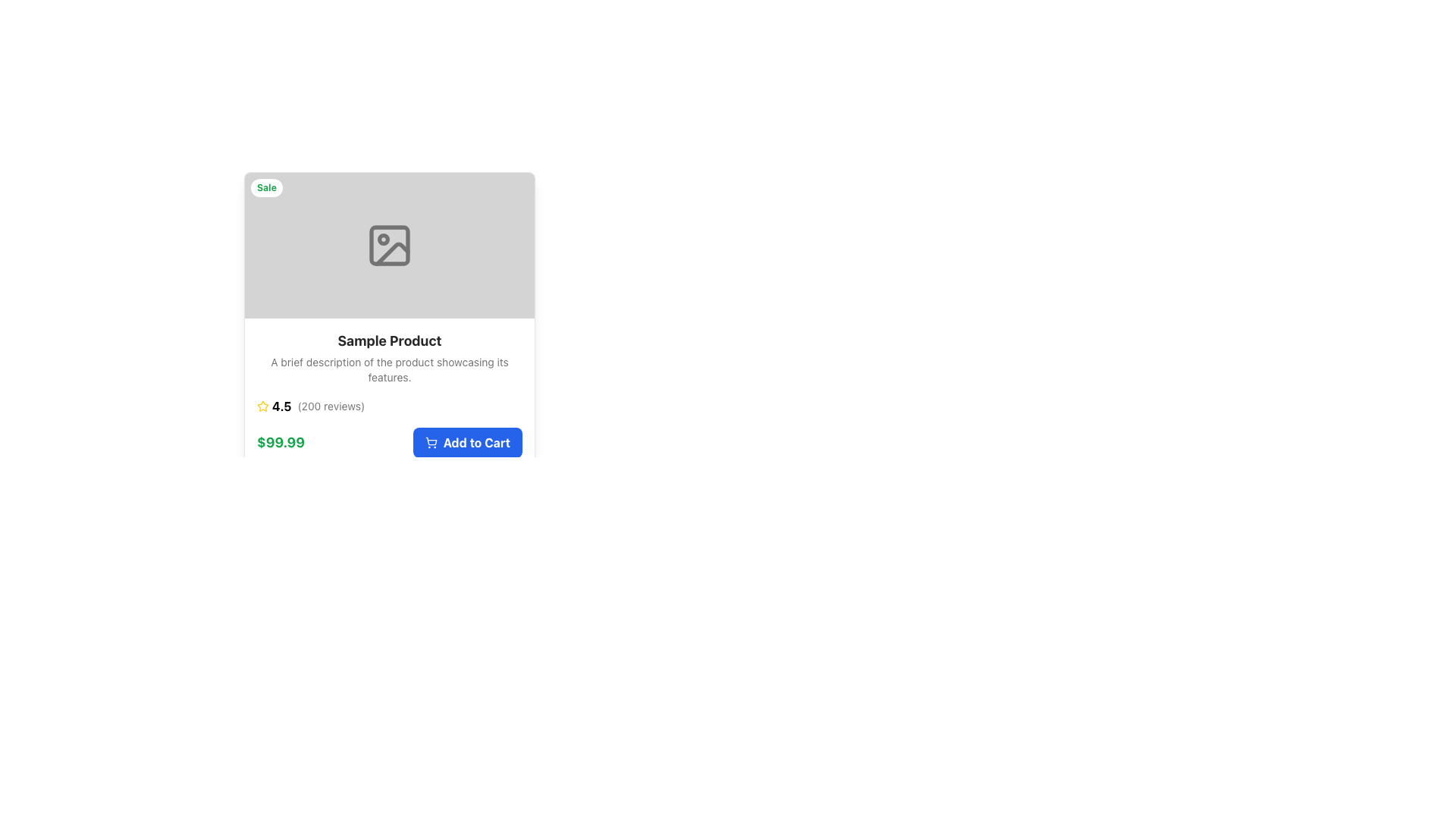 This screenshot has width=1456, height=819. Describe the element at coordinates (430, 442) in the screenshot. I see `the shopping cart icon located to the left of the 'Add to Cart' button, which is styled in blue with rounded corners, near the bottom-right of the card layout` at that location.